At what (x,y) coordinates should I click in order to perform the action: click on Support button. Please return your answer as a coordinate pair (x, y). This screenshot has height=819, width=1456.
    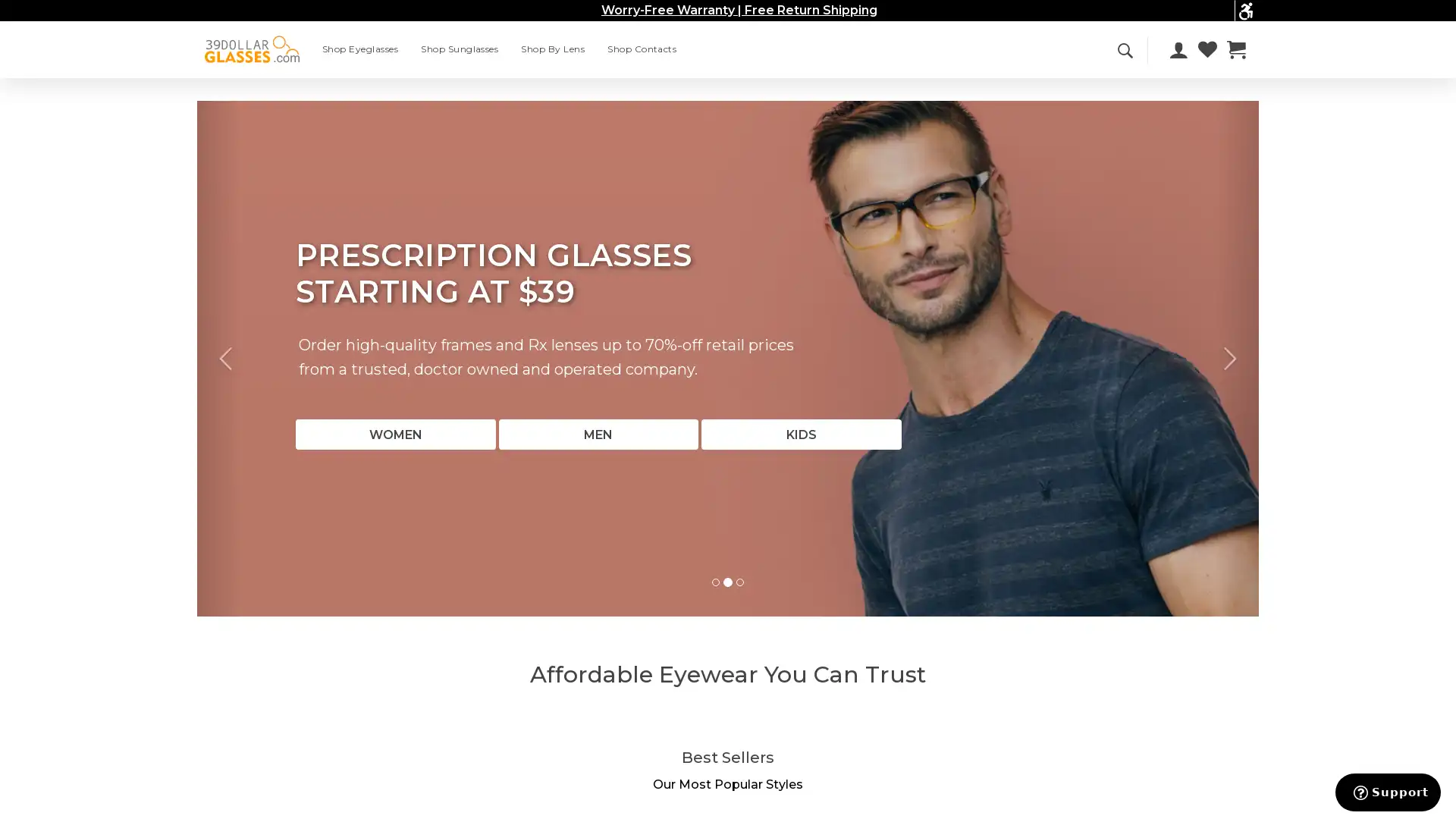
    Looking at the image, I should click on (1388, 792).